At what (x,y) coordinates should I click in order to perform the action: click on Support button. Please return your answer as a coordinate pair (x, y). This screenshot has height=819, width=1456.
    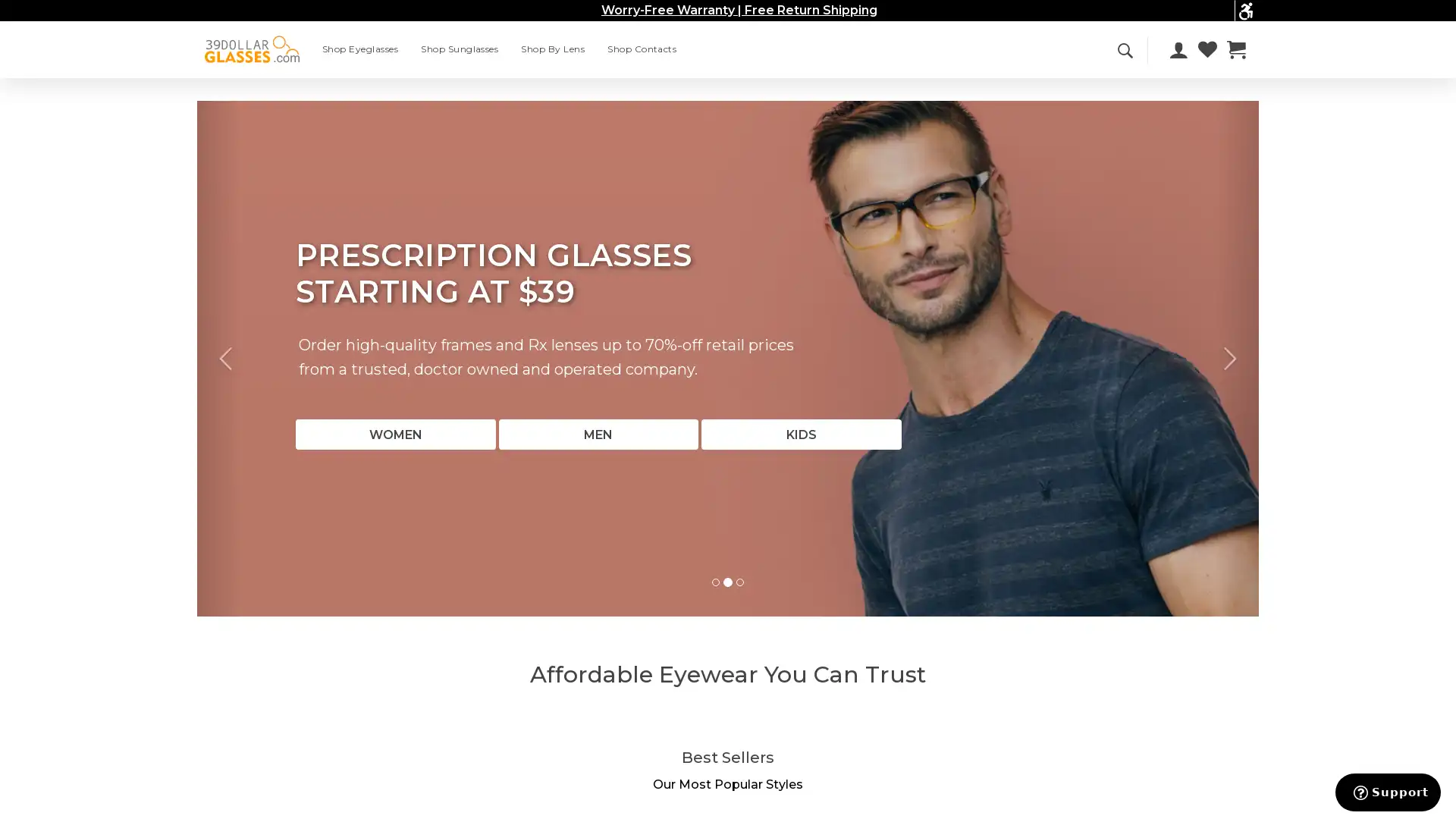
    Looking at the image, I should click on (1388, 792).